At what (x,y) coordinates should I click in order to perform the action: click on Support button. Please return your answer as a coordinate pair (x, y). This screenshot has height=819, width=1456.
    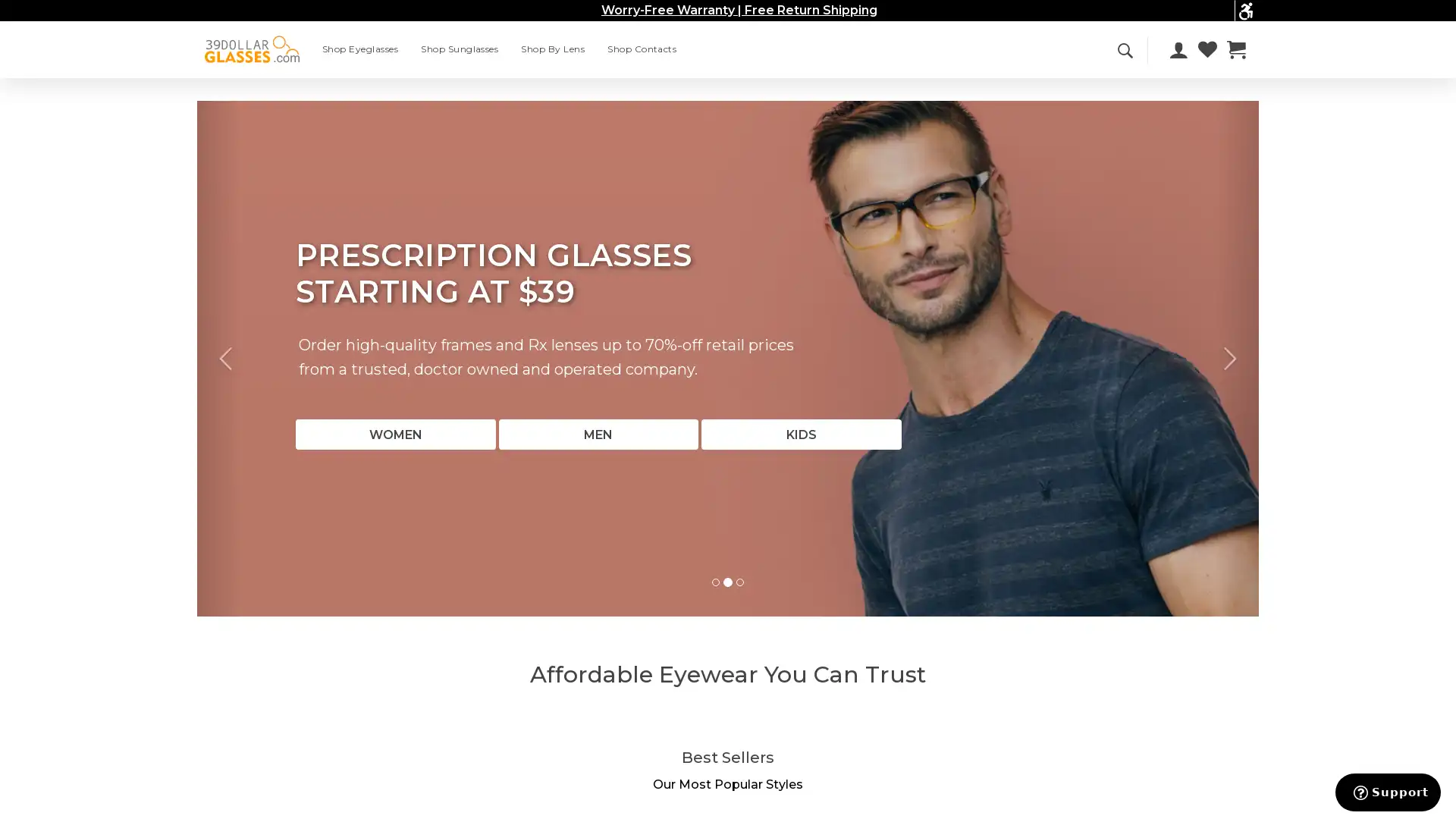
    Looking at the image, I should click on (1388, 792).